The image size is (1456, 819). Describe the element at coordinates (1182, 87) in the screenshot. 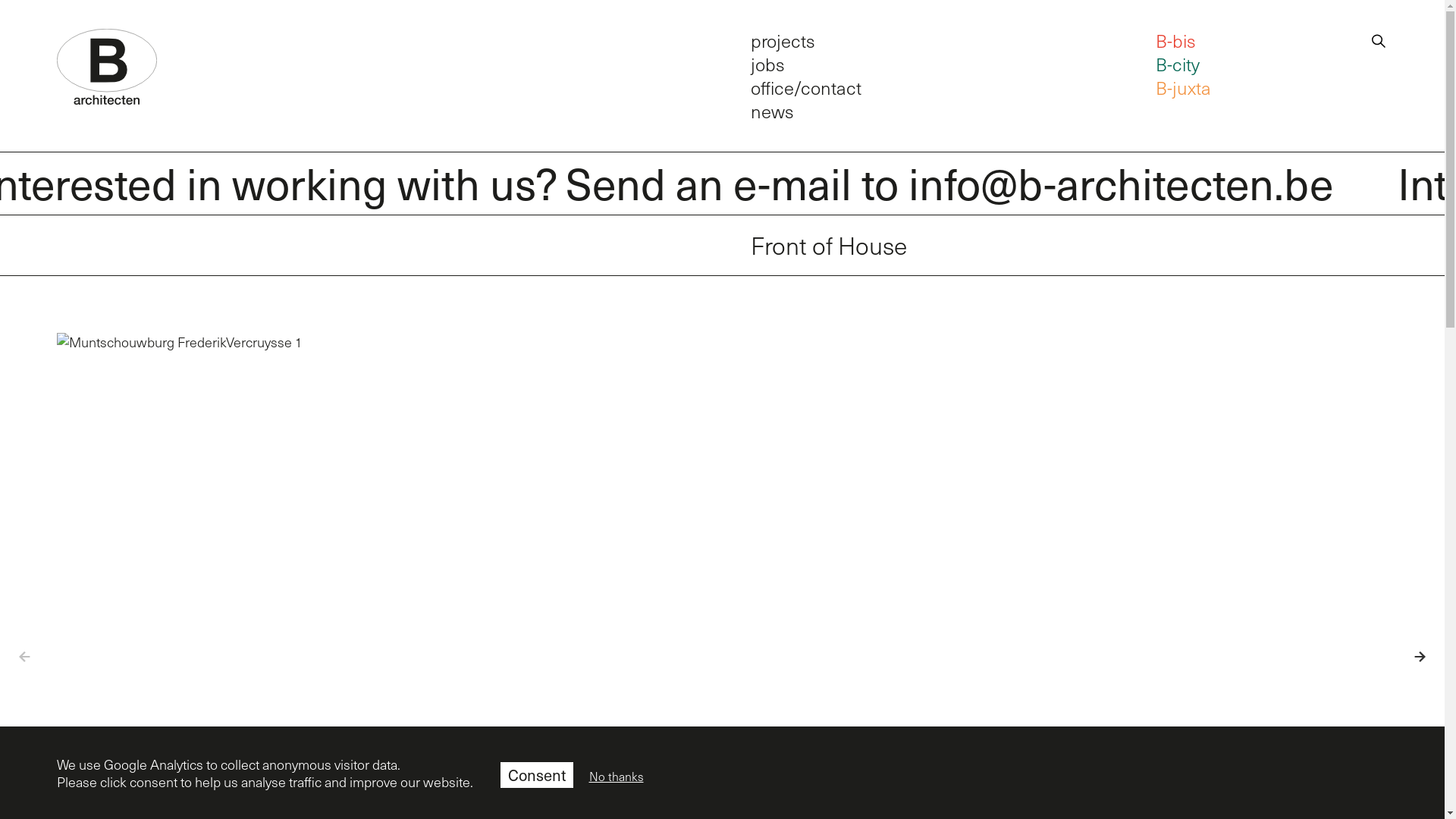

I see `'B-juxta'` at that location.